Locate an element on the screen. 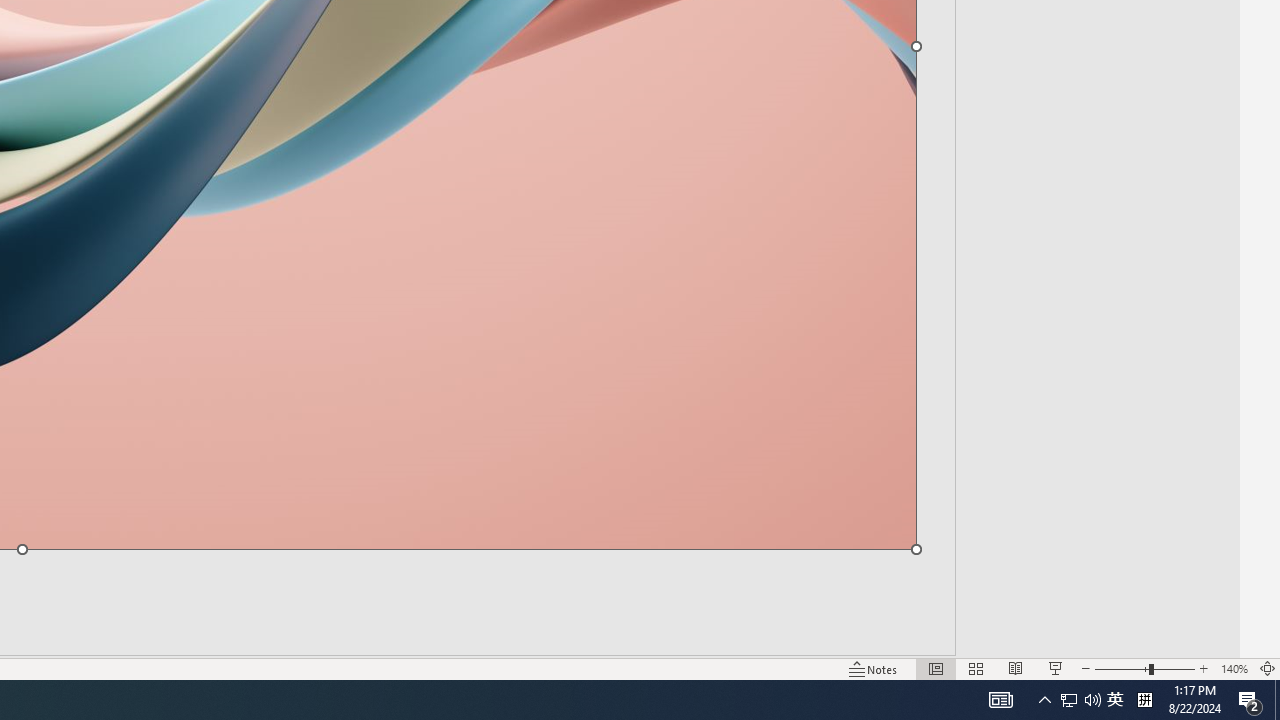  'Zoom 140%' is located at coordinates (1233, 669).